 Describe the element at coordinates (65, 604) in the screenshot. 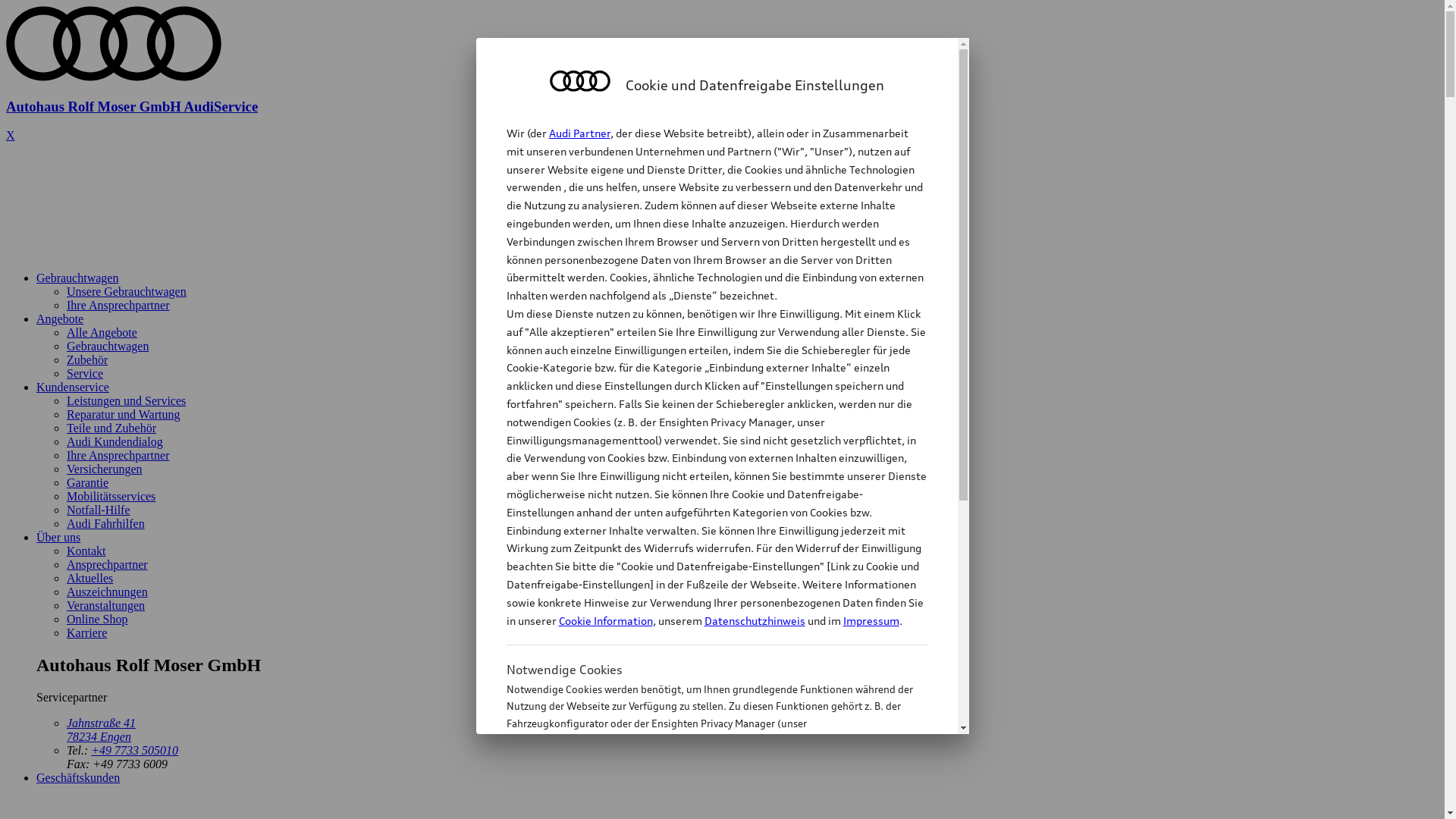

I see `'Veranstaltungen'` at that location.